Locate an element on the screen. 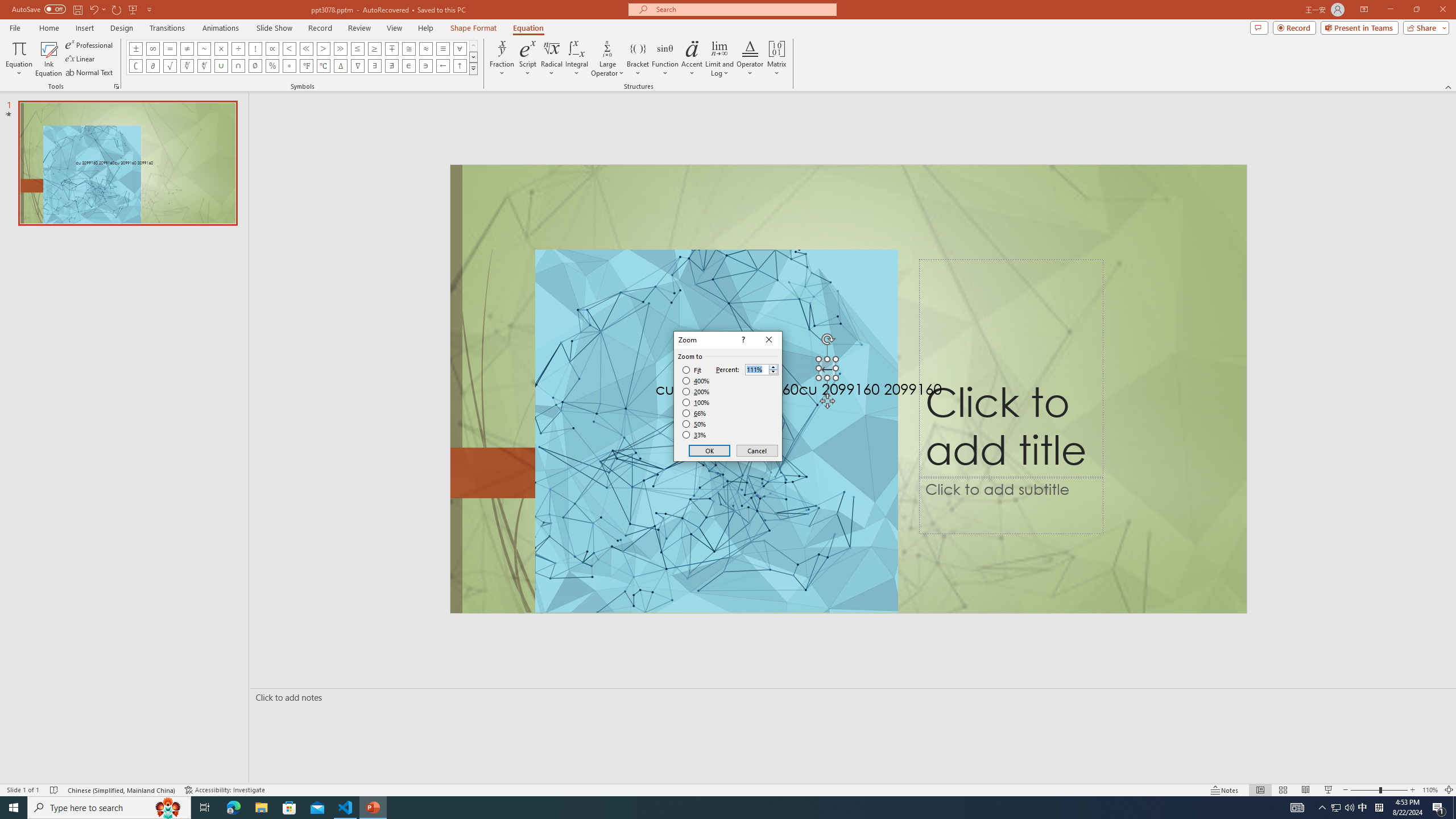 The image size is (1456, 819). 'Operator' is located at coordinates (749, 59).